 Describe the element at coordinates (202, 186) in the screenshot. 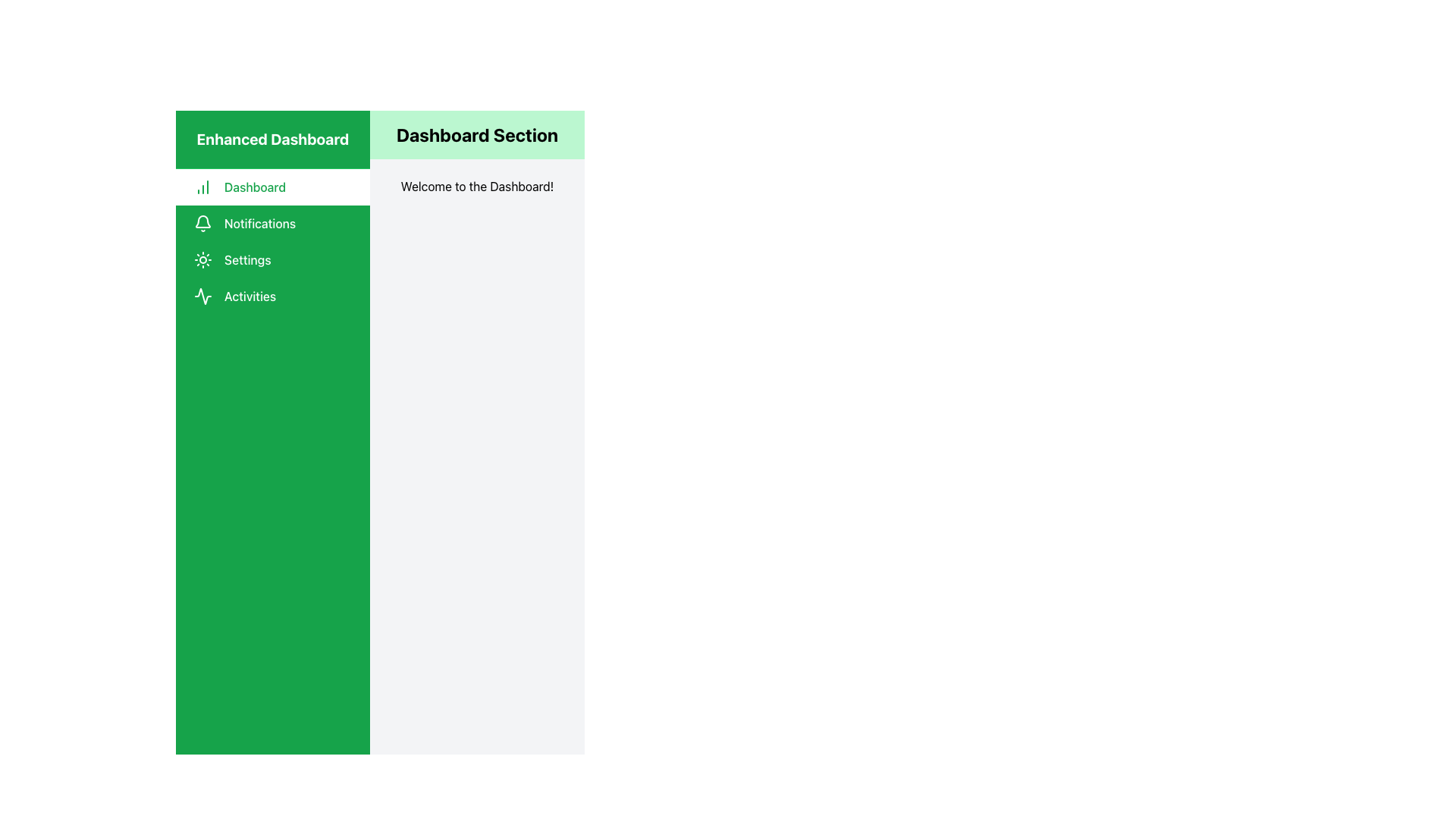

I see `the 'Dashboard' icon located in the sidebar menu, positioned just below the 'Enhanced Dashboard' heading and to the left of the 'Dashboard' text label` at that location.